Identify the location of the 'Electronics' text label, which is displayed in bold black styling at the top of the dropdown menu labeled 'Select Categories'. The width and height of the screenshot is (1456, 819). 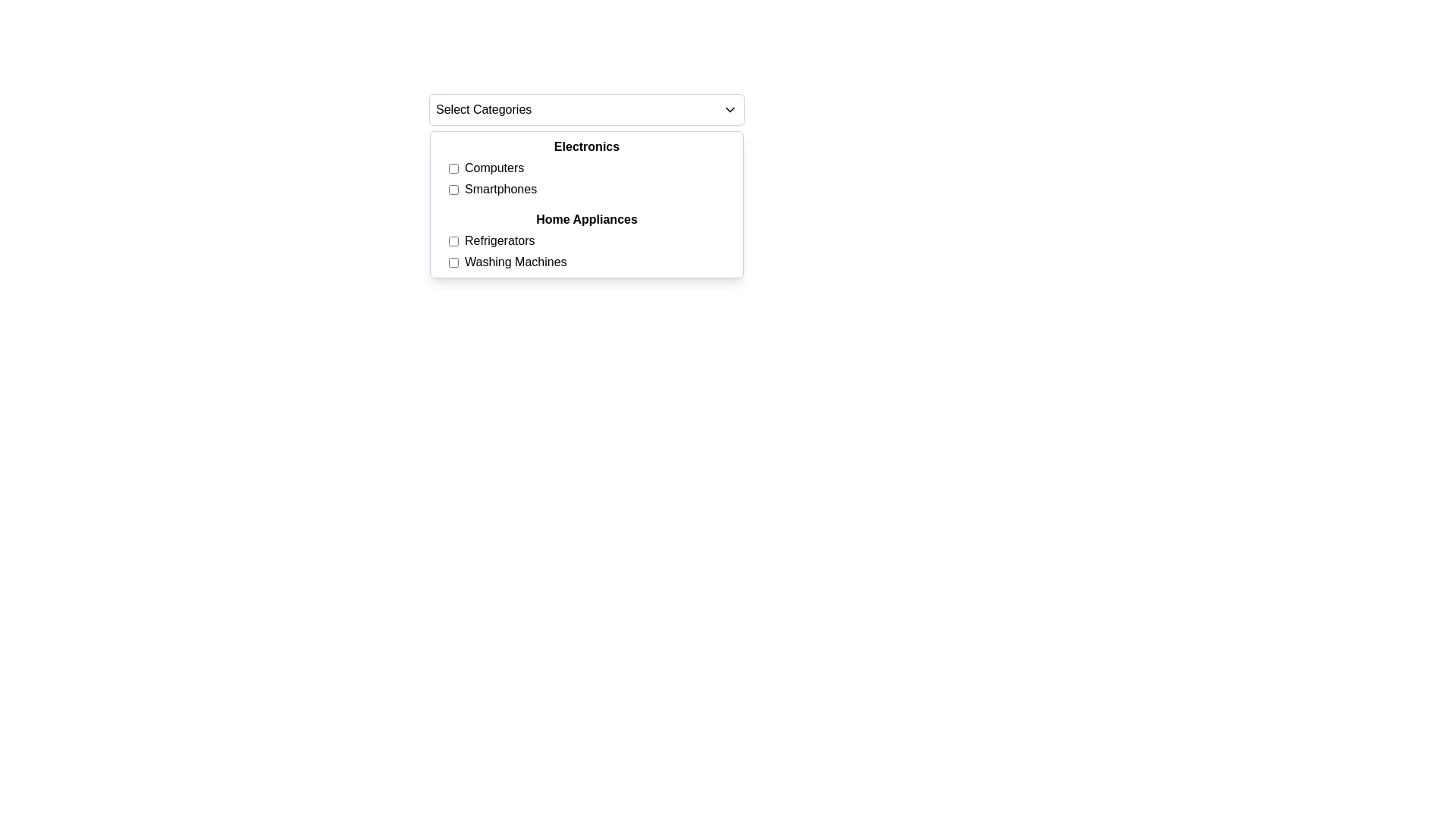
(585, 146).